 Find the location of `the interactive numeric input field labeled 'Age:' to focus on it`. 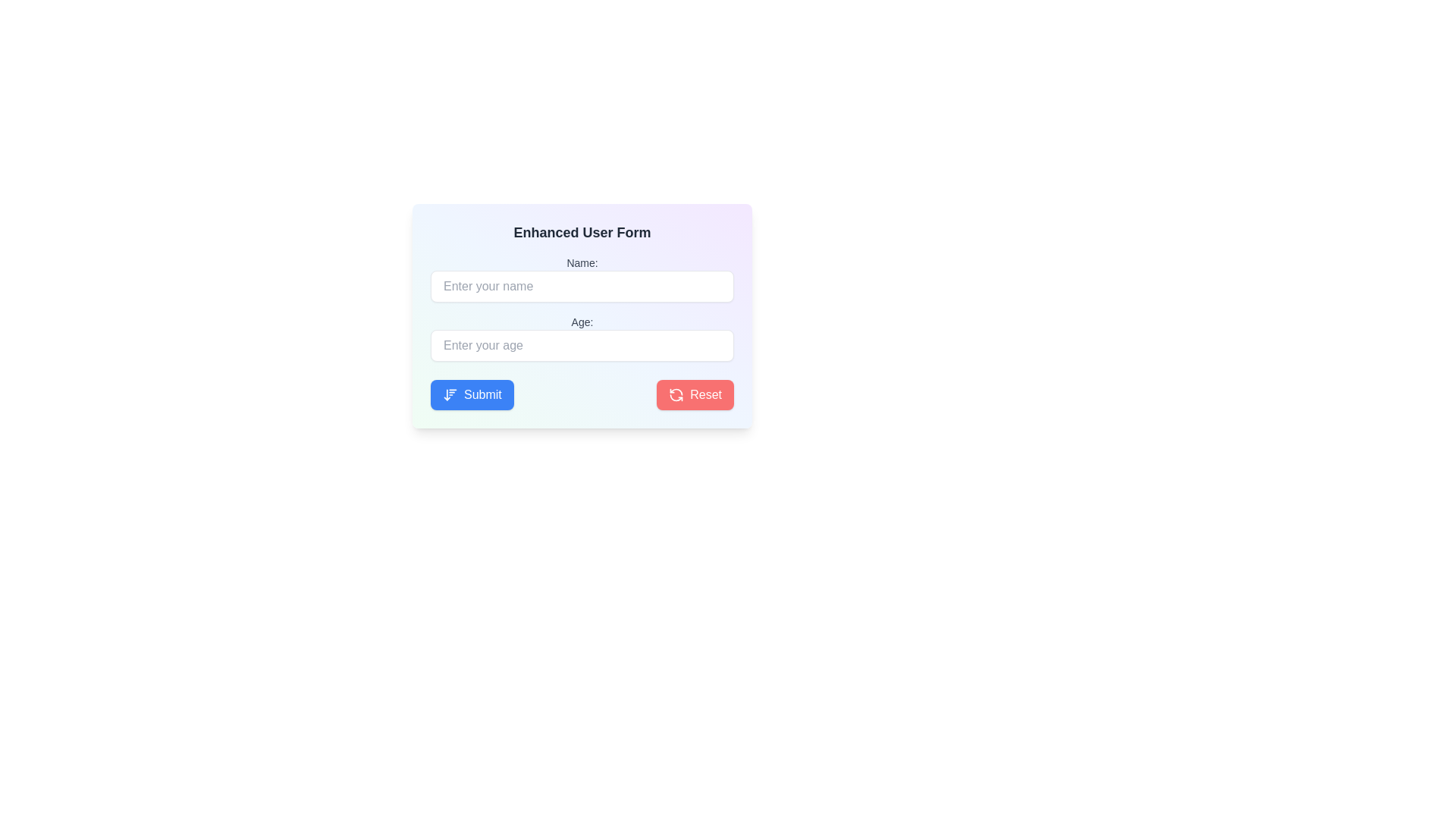

the interactive numeric input field labeled 'Age:' to focus on it is located at coordinates (582, 337).